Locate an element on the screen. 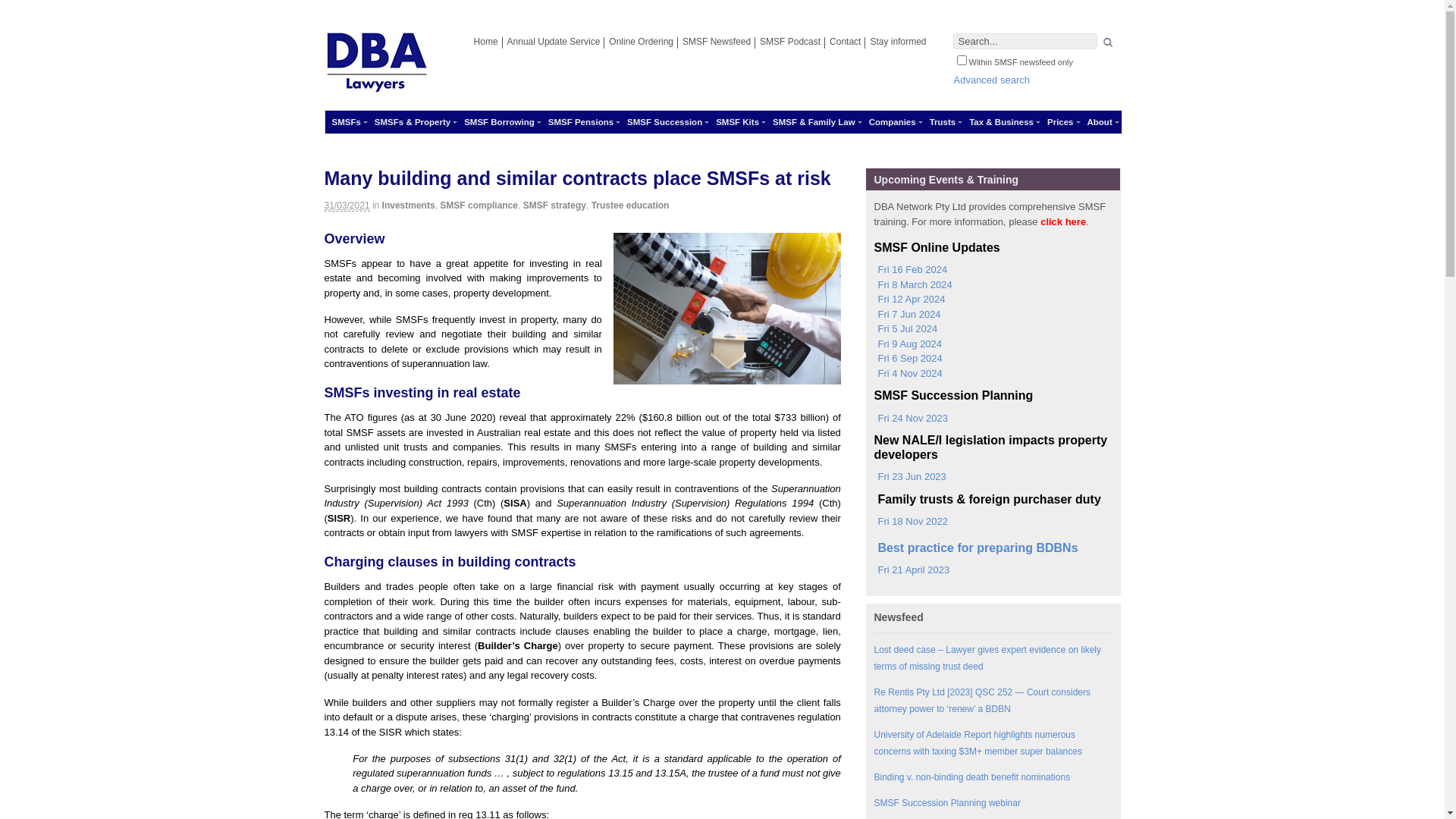 The image size is (1456, 819). 'Annual Update Service' is located at coordinates (502, 41).